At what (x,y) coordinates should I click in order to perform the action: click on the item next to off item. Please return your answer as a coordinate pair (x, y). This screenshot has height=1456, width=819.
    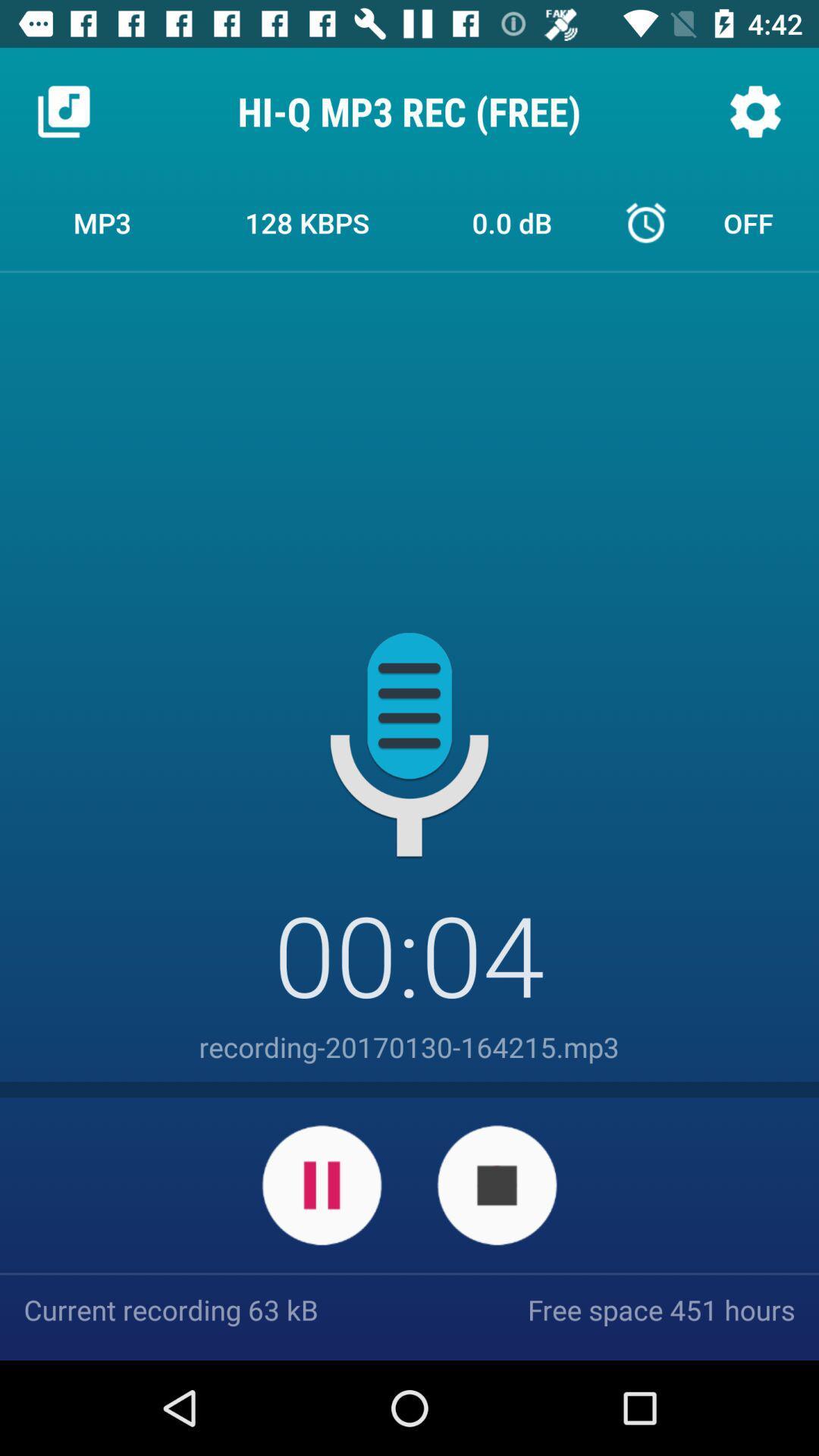
    Looking at the image, I should click on (512, 221).